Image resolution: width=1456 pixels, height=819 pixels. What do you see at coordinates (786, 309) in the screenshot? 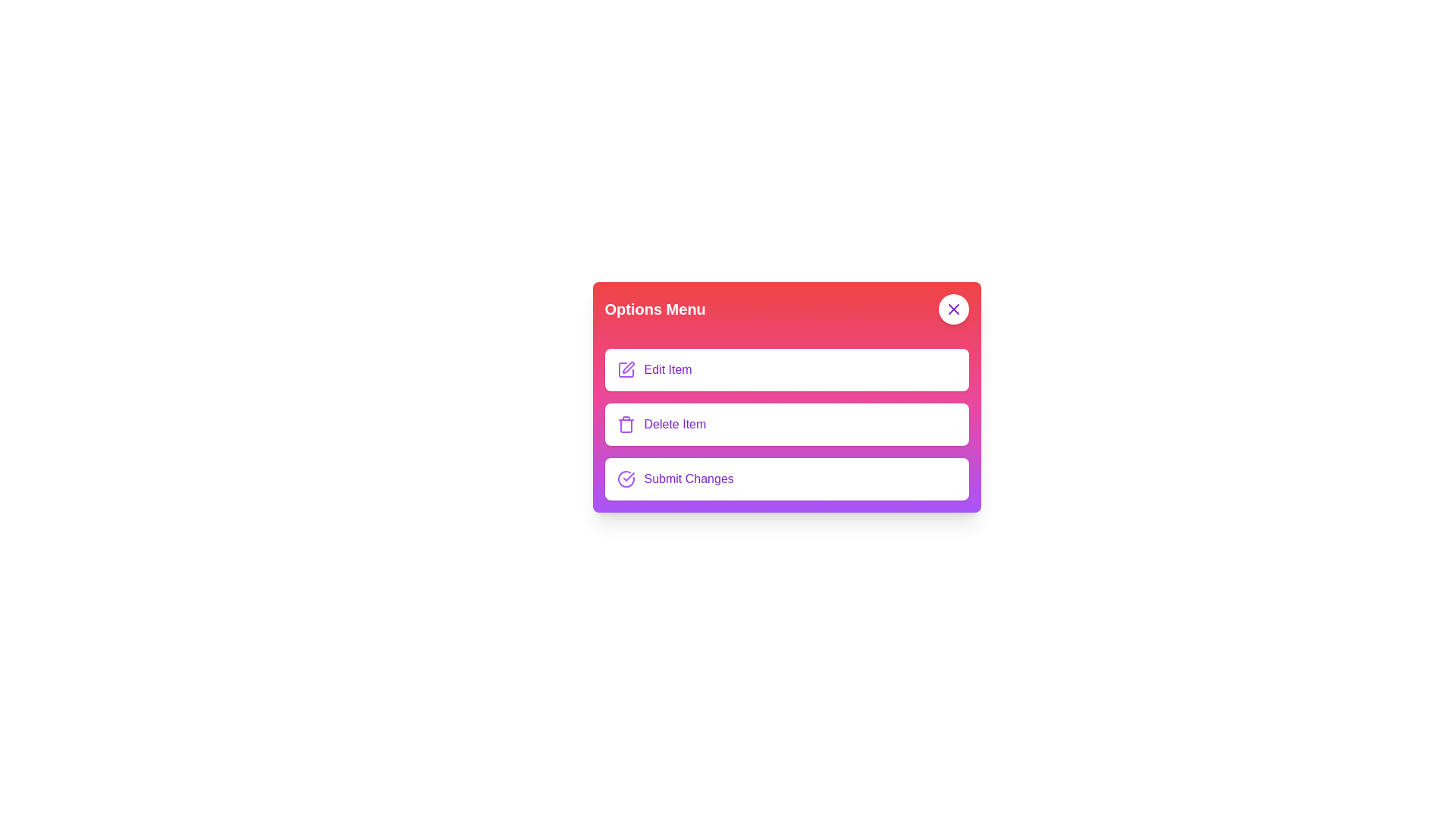
I see `the menu title to inspect it` at bounding box center [786, 309].